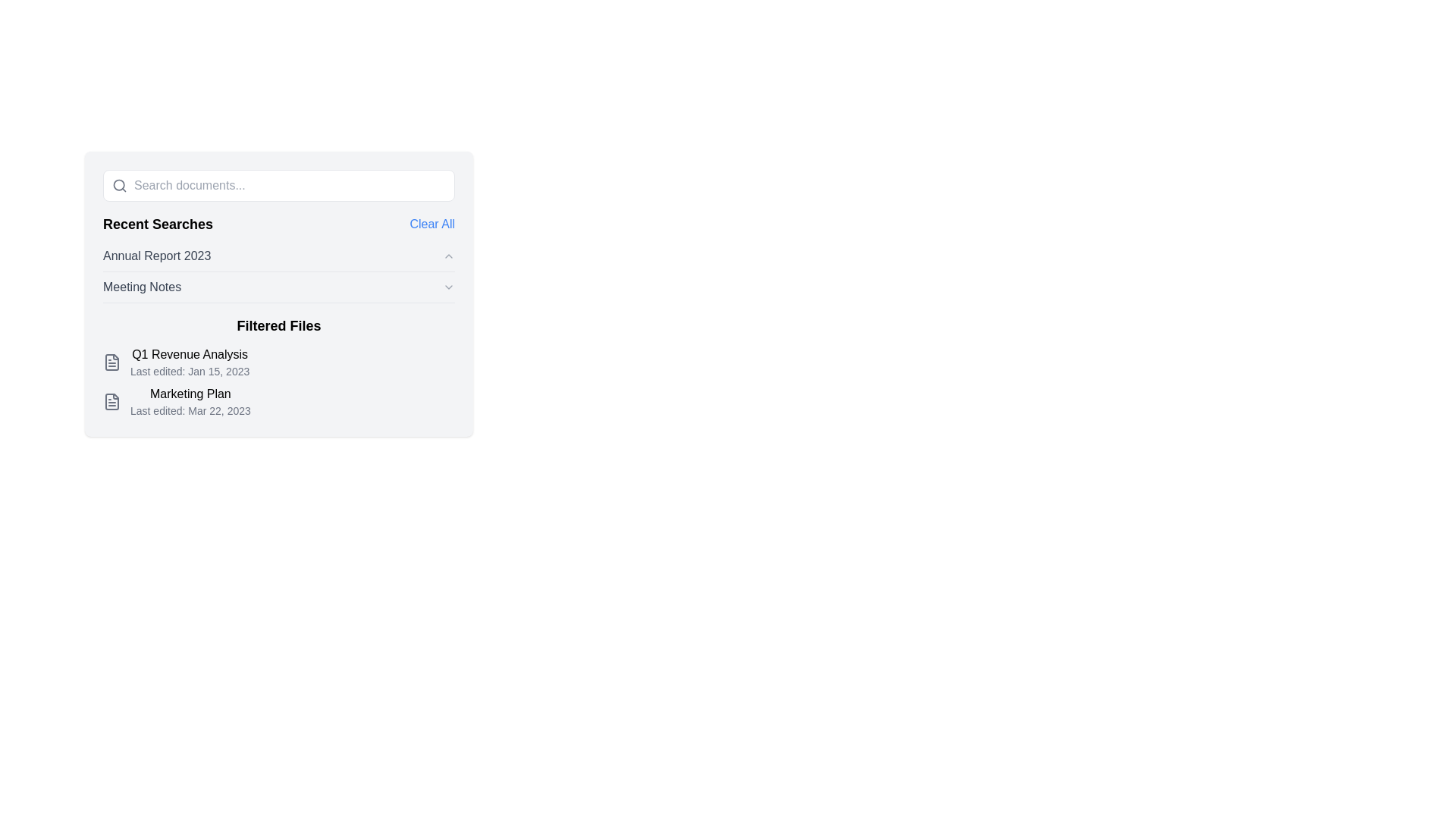 The height and width of the screenshot is (819, 1456). What do you see at coordinates (189, 371) in the screenshot?
I see `static text label displaying 'Last edited: Jan 15, 2023', which is positioned directly below the bold title 'Q1 Revenue Analysis' within the 'Filtered Files' category` at bounding box center [189, 371].